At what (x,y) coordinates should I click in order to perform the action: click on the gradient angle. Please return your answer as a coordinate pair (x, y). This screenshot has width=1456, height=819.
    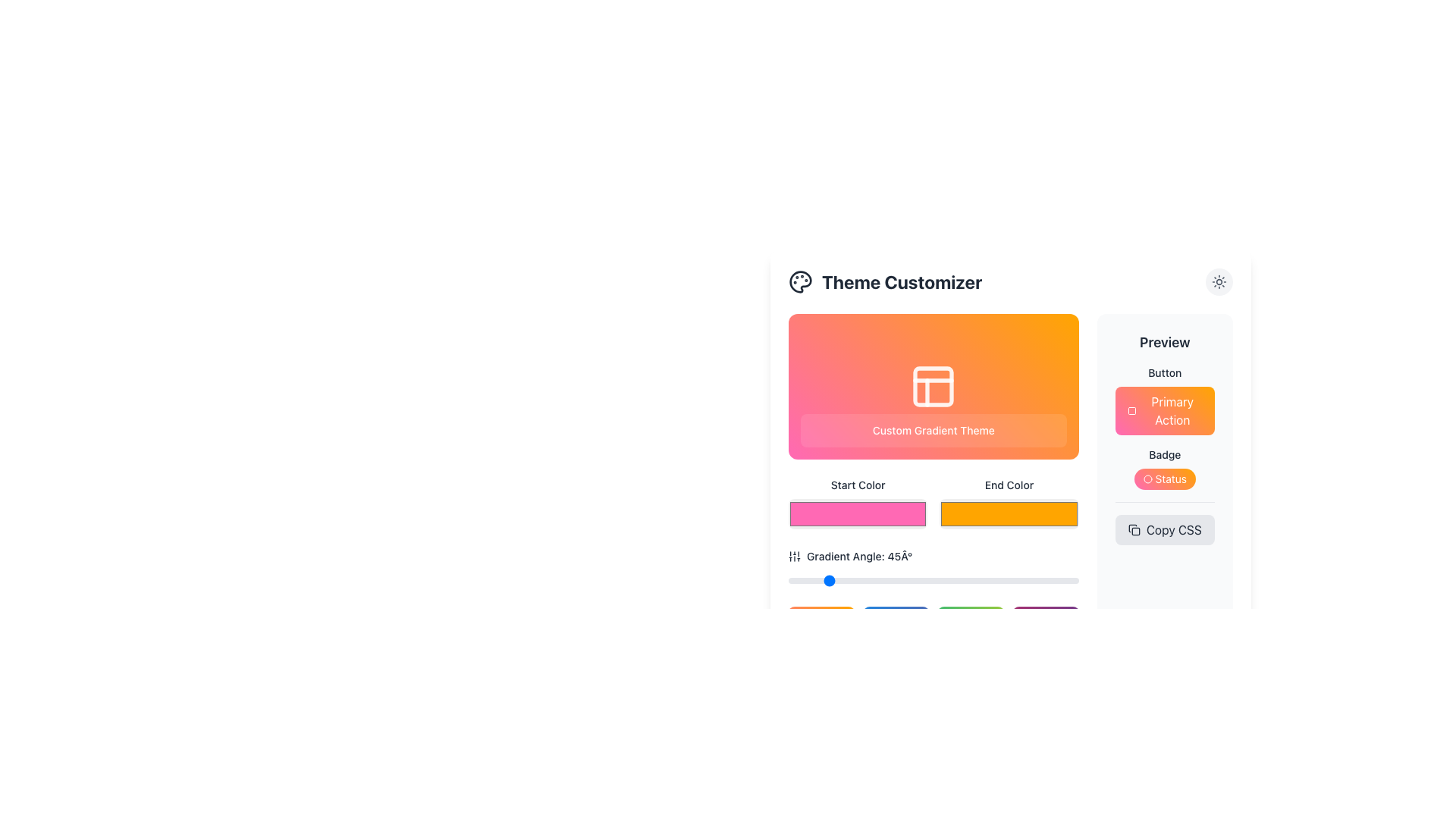
    Looking at the image, I should click on (882, 580).